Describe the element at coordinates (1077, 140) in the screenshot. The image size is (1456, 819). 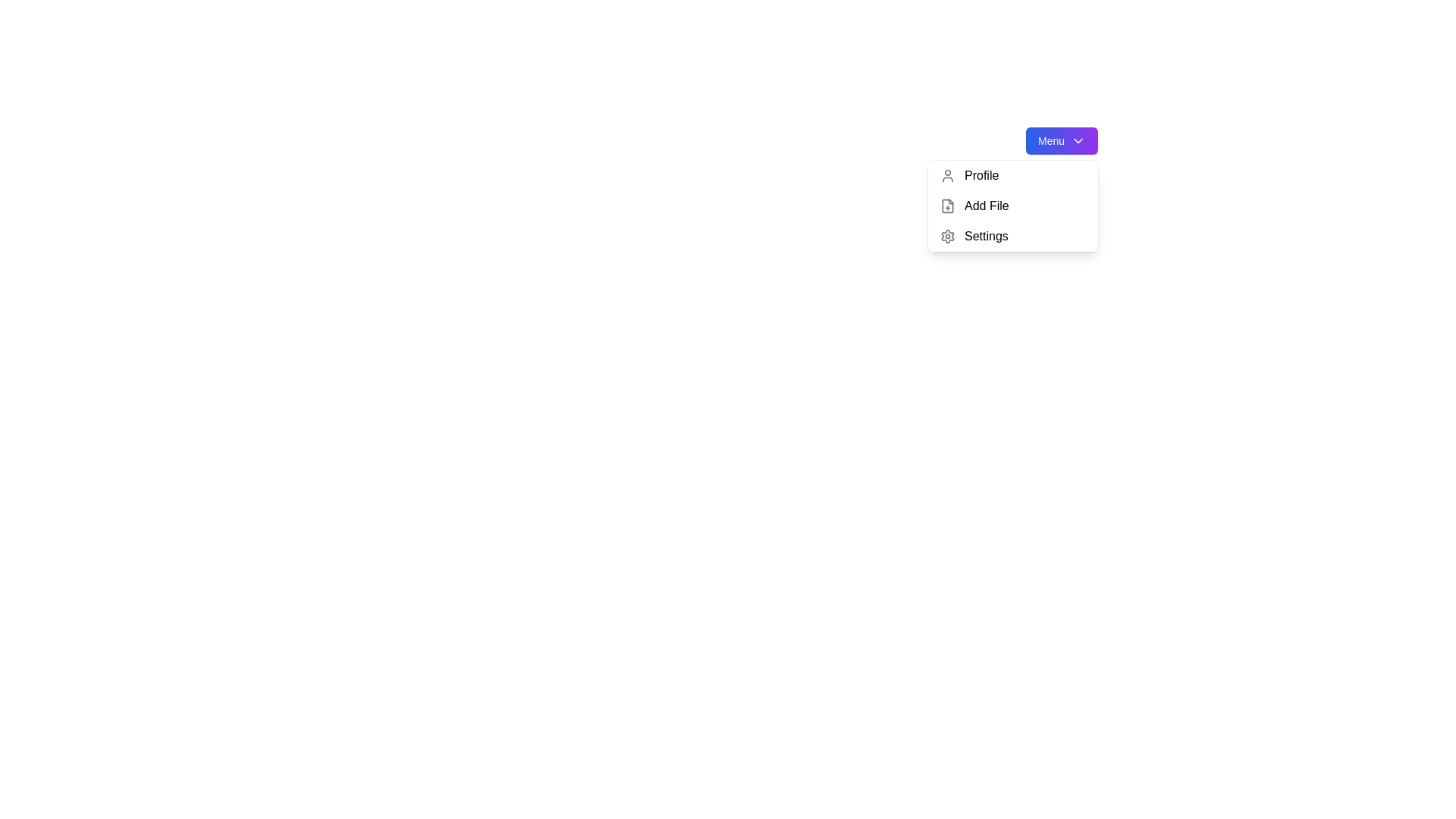
I see `the Chevron Down icon located at the right edge of the 'Menu' button` at that location.